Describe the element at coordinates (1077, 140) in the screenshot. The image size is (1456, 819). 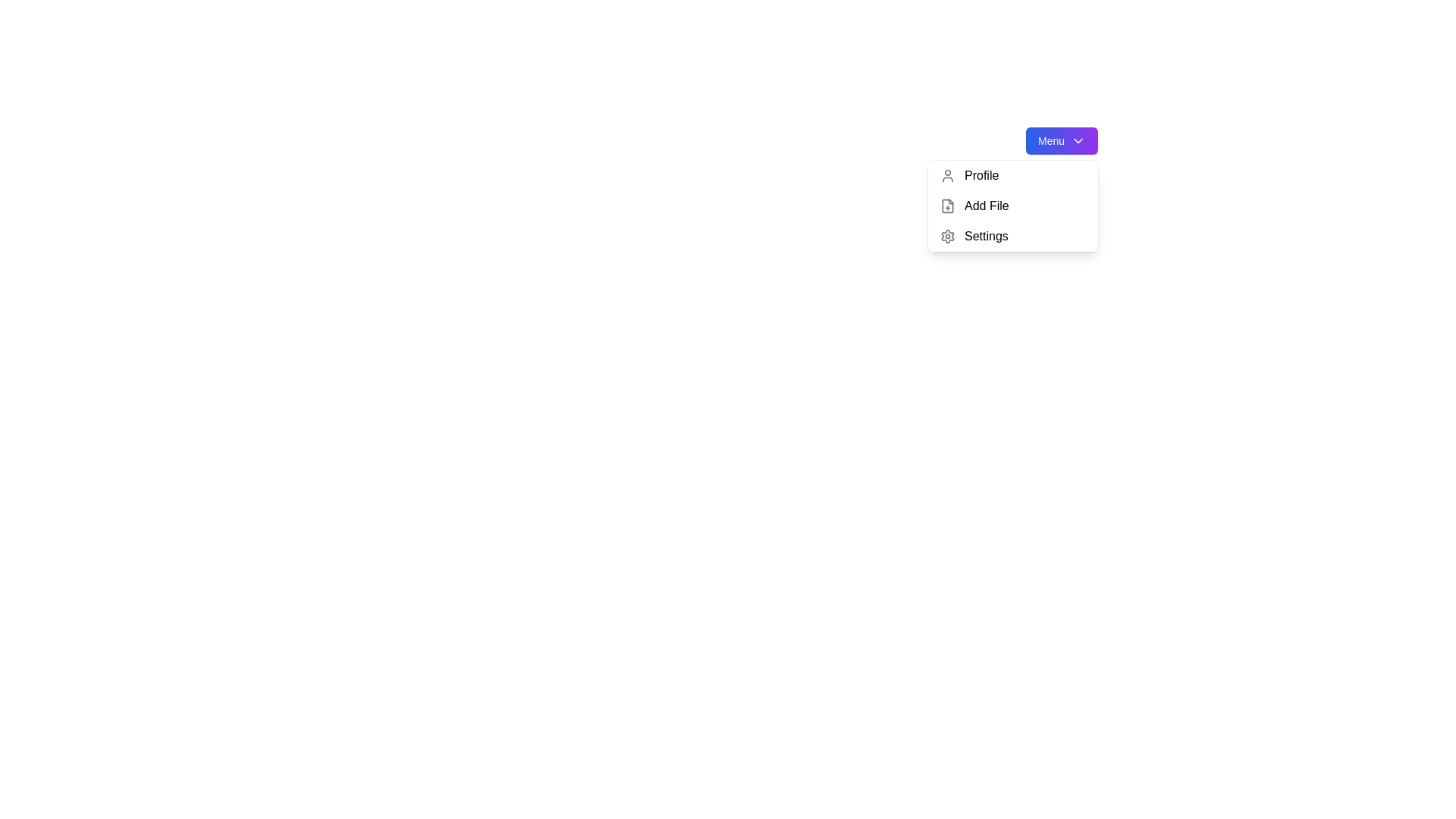
I see `the Chevron Down icon located at the right edge of the 'Menu' button` at that location.